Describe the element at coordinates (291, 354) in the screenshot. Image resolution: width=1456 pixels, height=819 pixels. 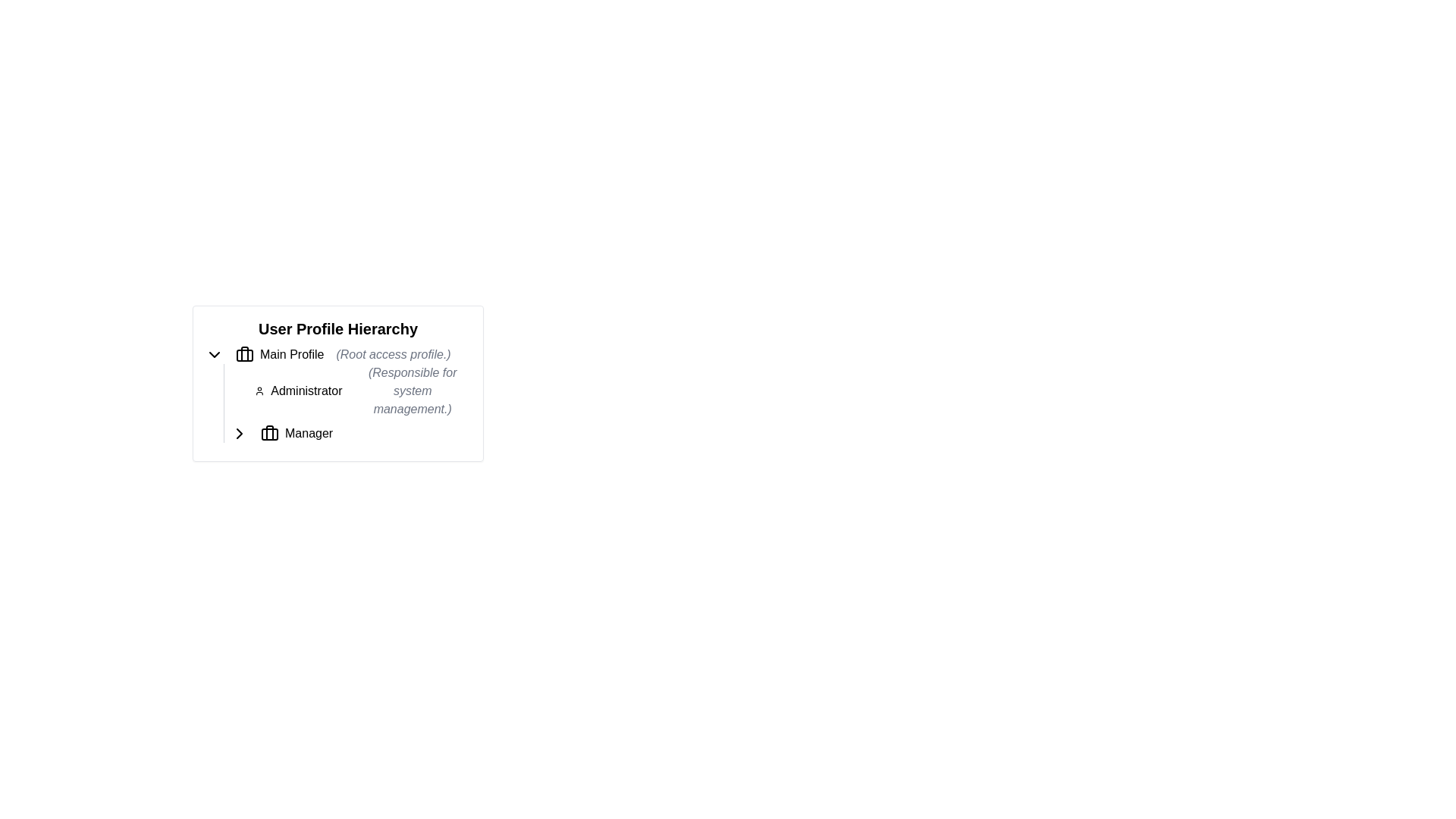
I see `the Text Label indicating the main profile with root access, which is positioned under 'User Profile Hierarchy' with a briefcase icon on the left and italic text '(Root access profile.)' on the right` at that location.